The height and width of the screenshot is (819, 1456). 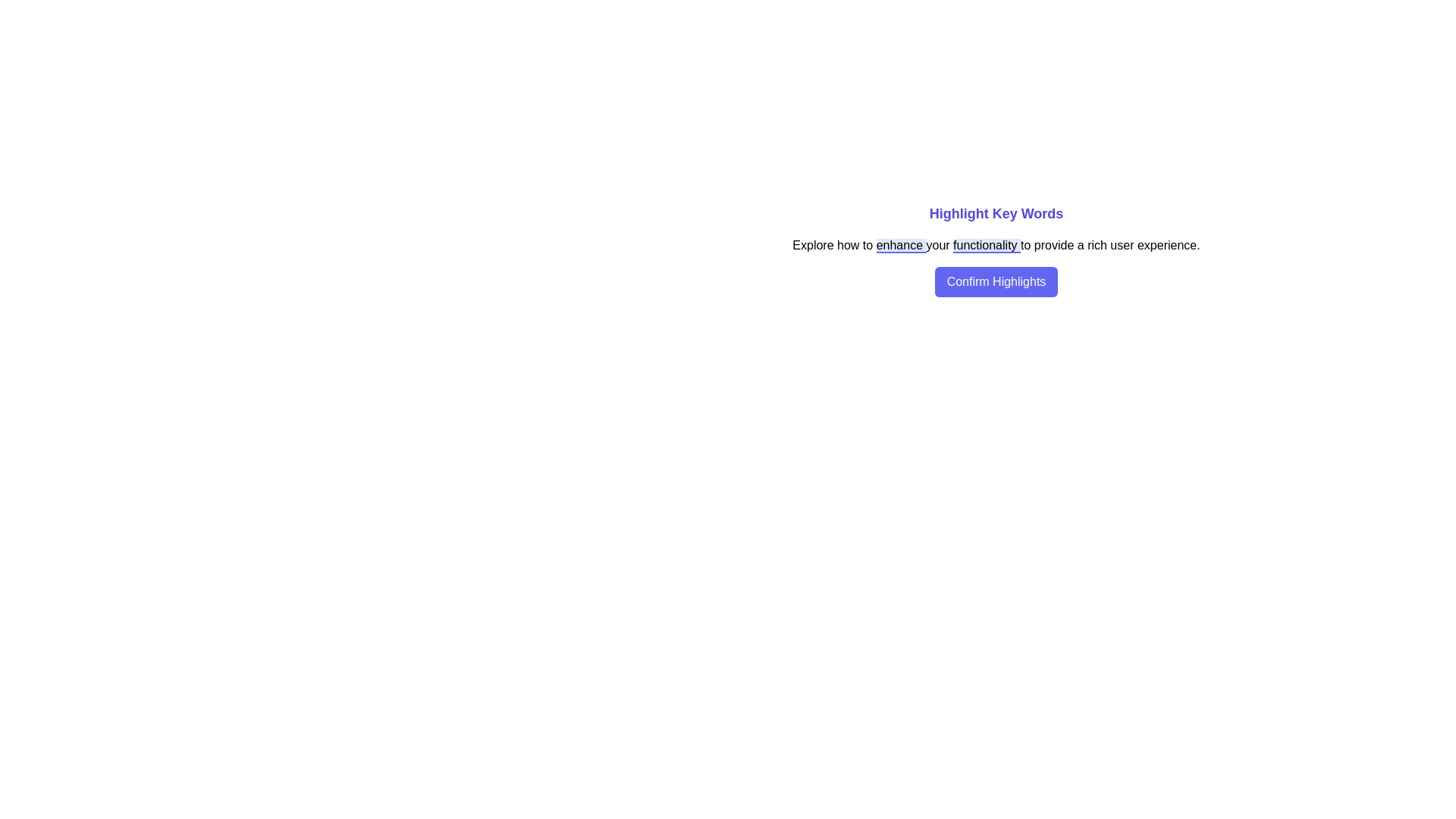 I want to click on the text snippet displaying the word 'to', which is styled with a transparent bottom border and is located between 'functionality' and 'provide', so click(x=1027, y=245).